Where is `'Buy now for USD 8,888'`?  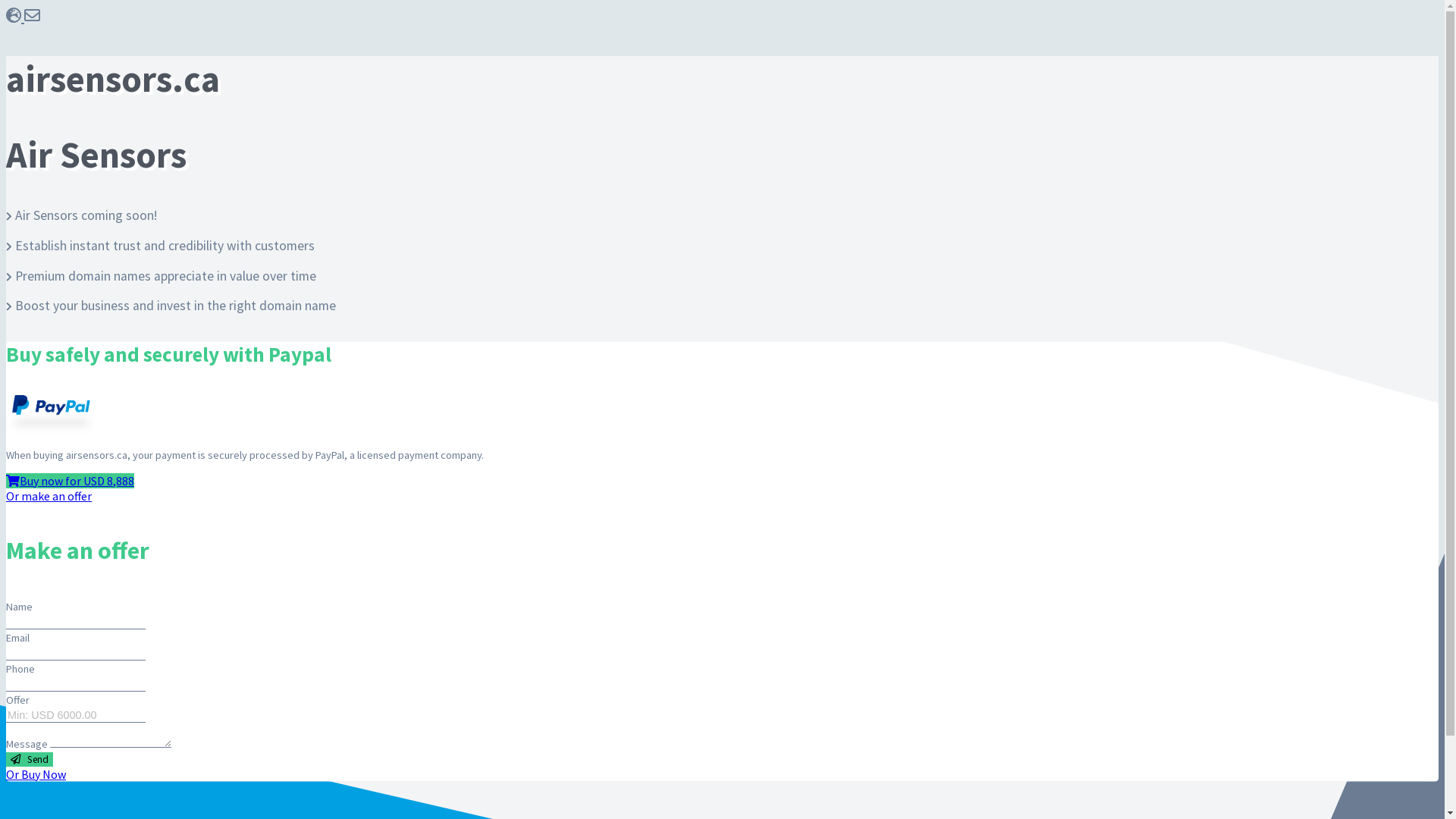
'Buy now for USD 8,888' is located at coordinates (6, 480).